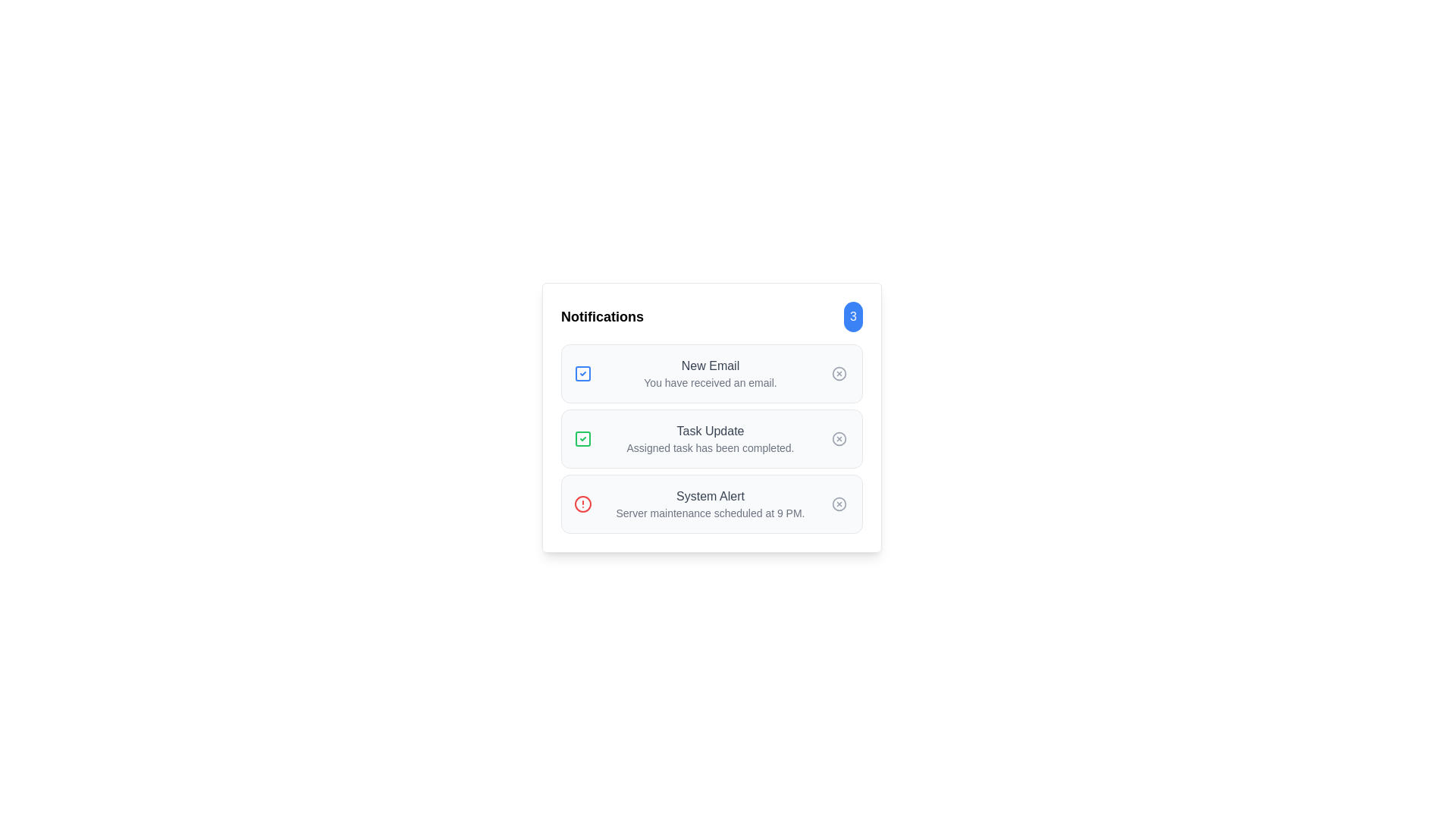  What do you see at coordinates (709, 447) in the screenshot?
I see `descriptive text located centrally within the second notification item, which provides context related to the 'Task Update.'` at bounding box center [709, 447].